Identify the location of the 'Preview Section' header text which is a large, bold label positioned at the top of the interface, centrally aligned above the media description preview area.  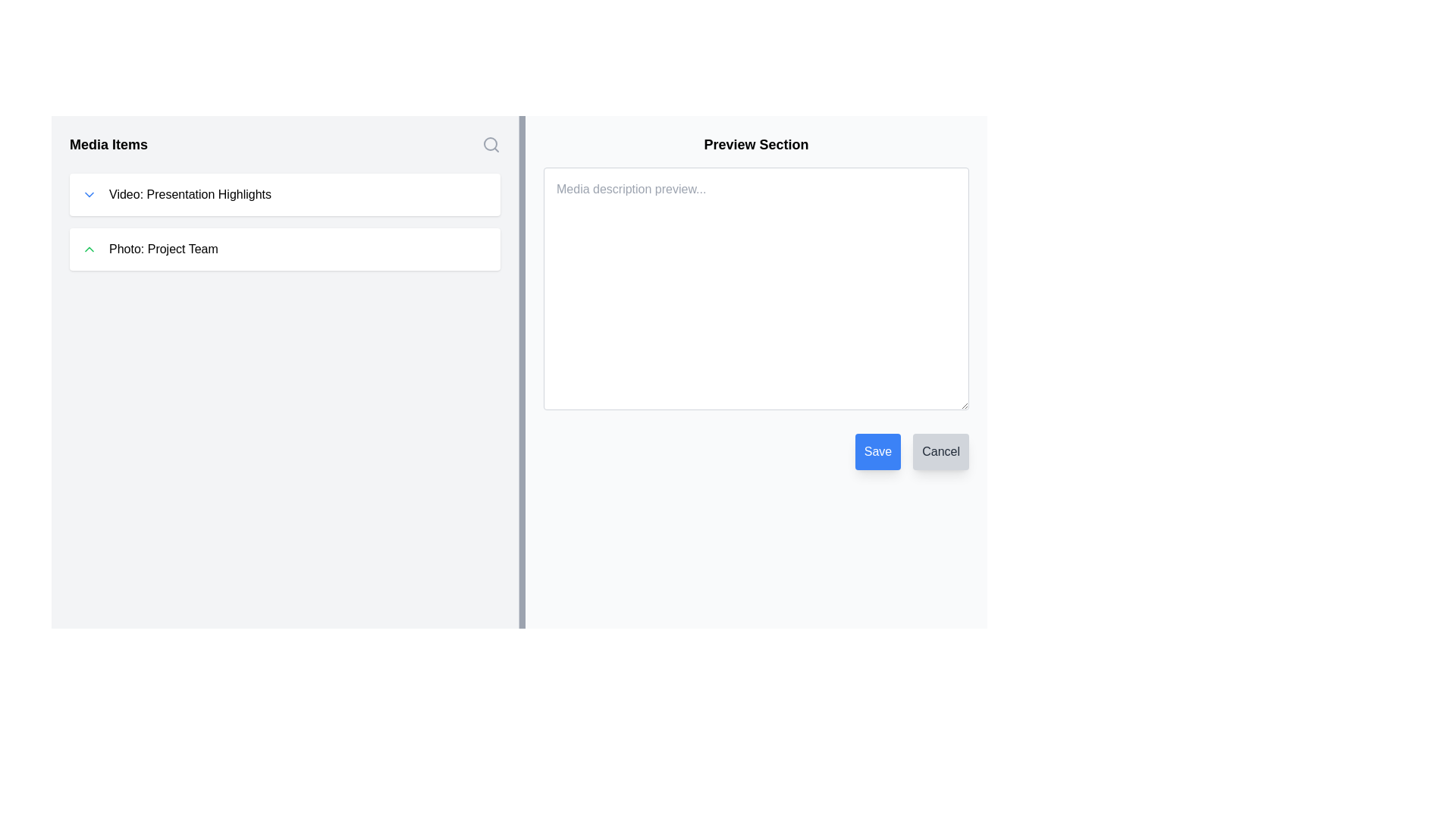
(756, 145).